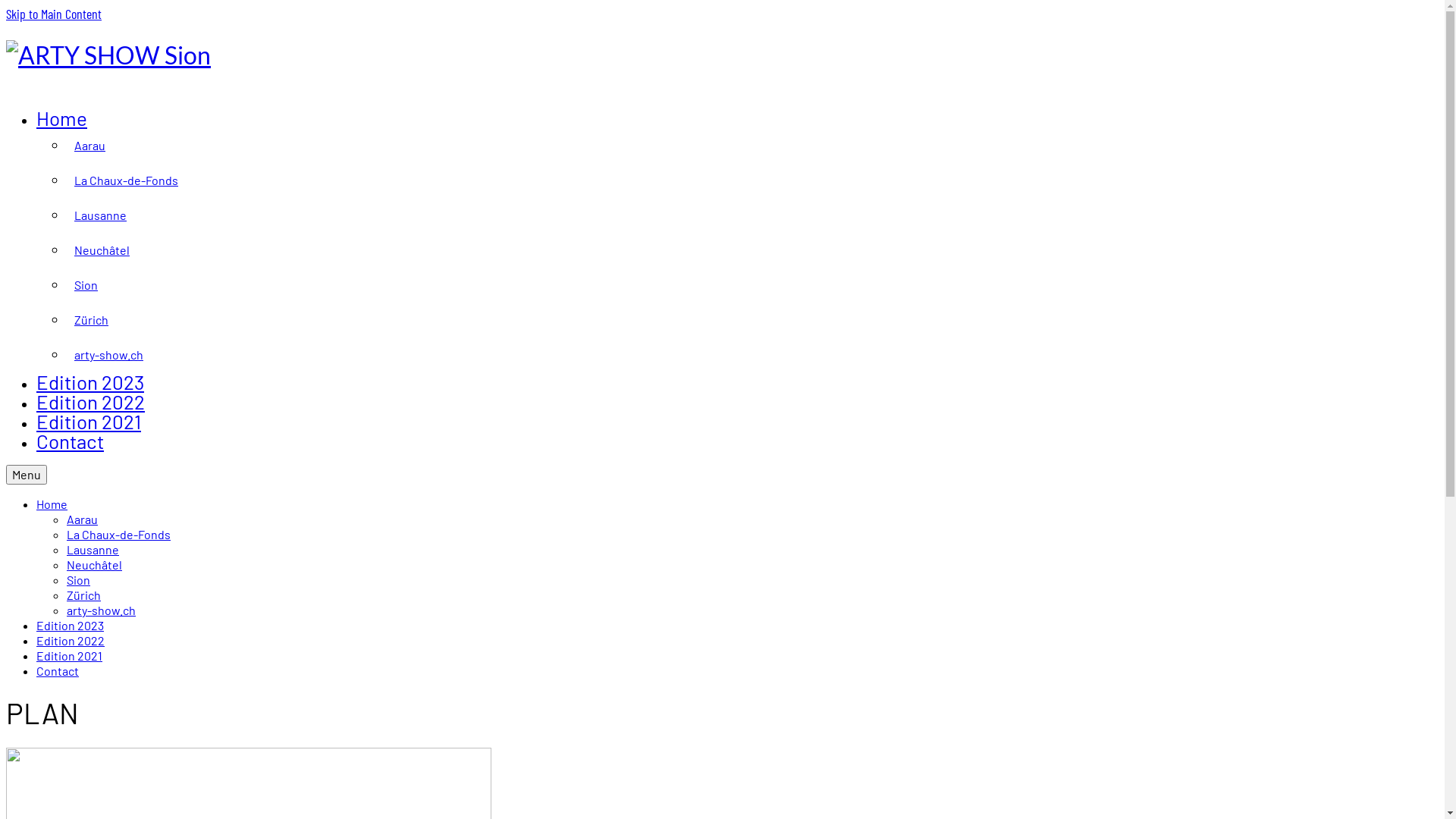  I want to click on 'Lausanne', so click(92, 549).